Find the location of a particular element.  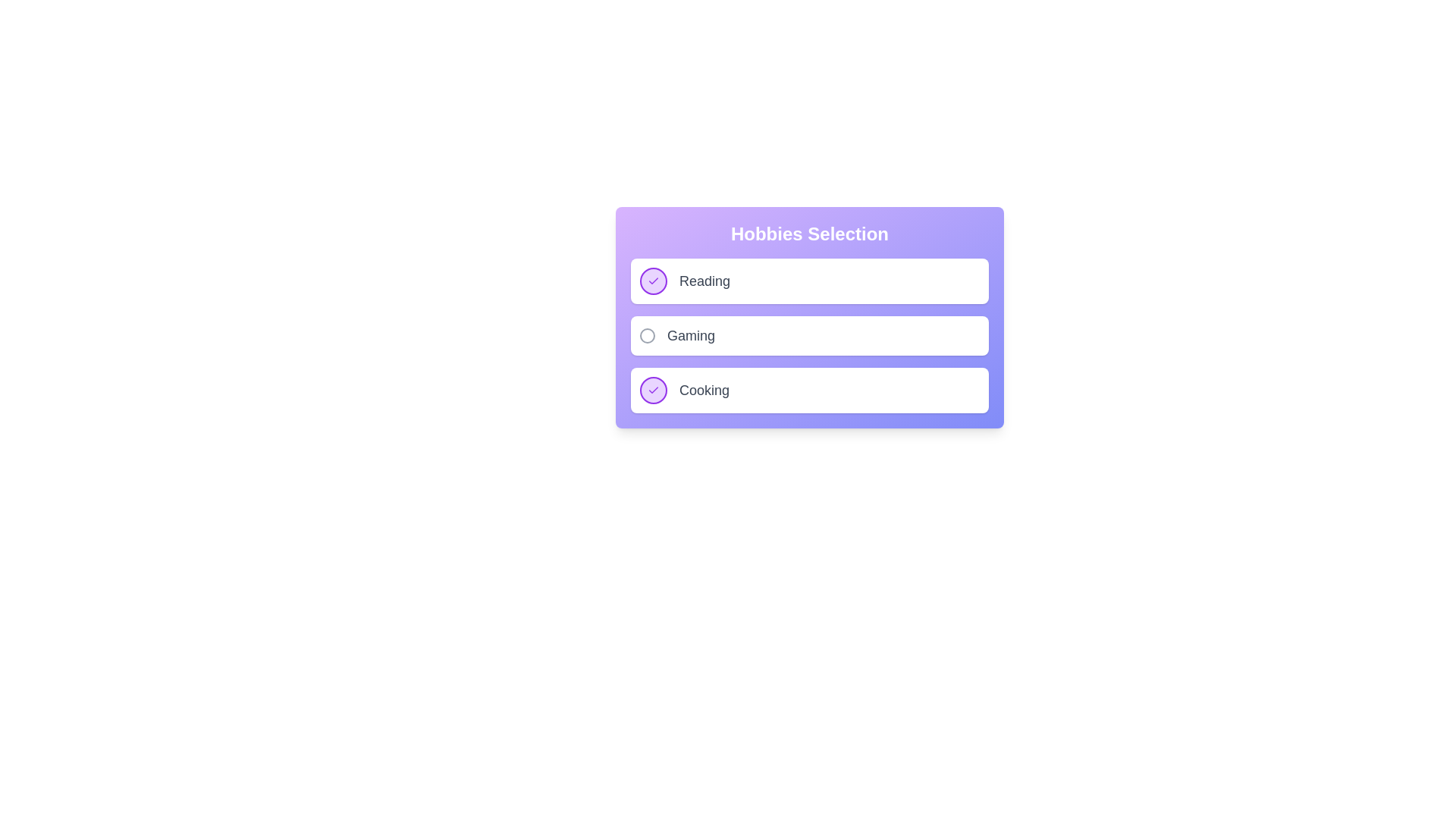

the activity Reading by clicking its respective button is located at coordinates (654, 281).